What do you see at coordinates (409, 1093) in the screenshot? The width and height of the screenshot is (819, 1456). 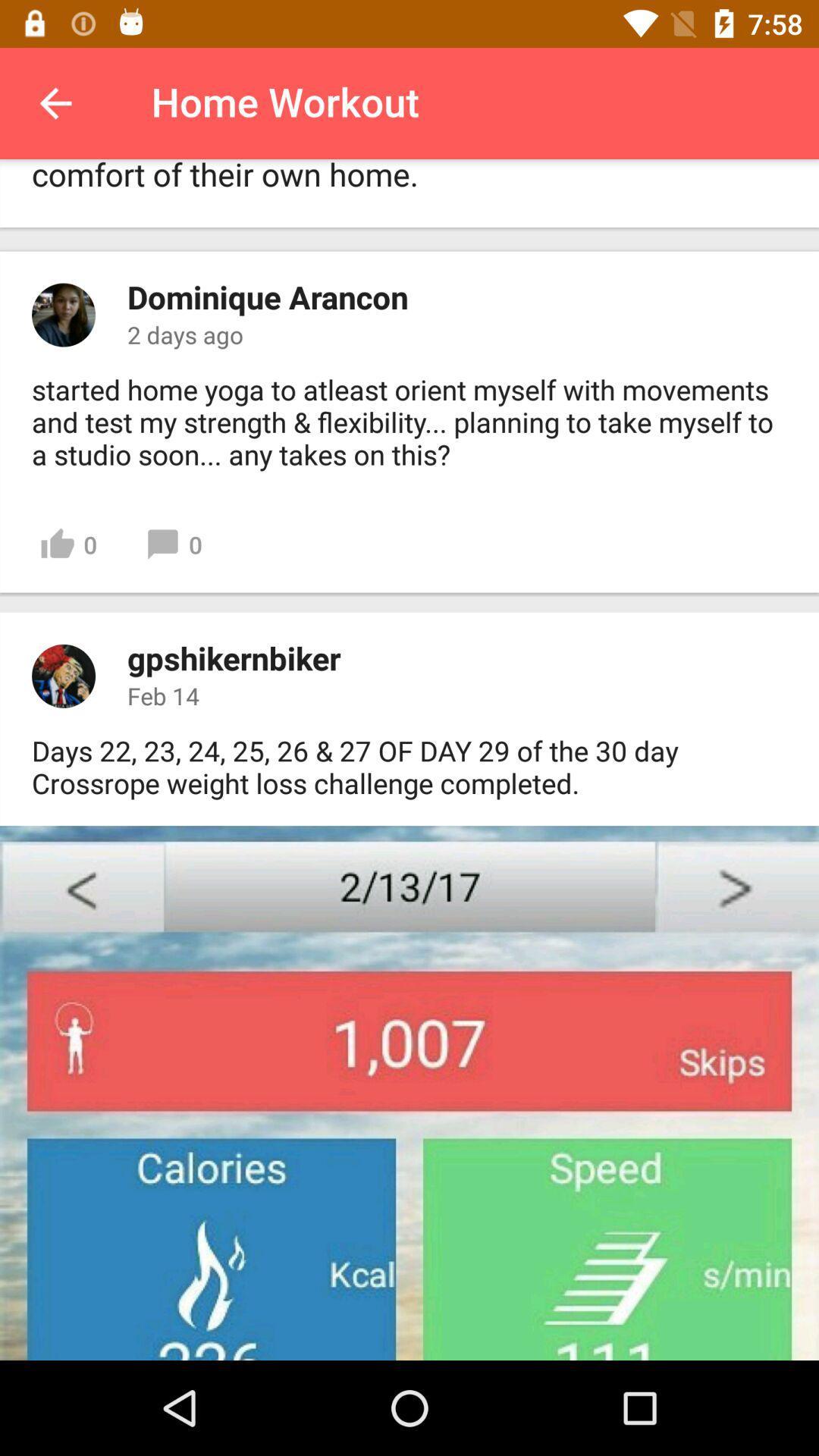 I see `workout points` at bounding box center [409, 1093].